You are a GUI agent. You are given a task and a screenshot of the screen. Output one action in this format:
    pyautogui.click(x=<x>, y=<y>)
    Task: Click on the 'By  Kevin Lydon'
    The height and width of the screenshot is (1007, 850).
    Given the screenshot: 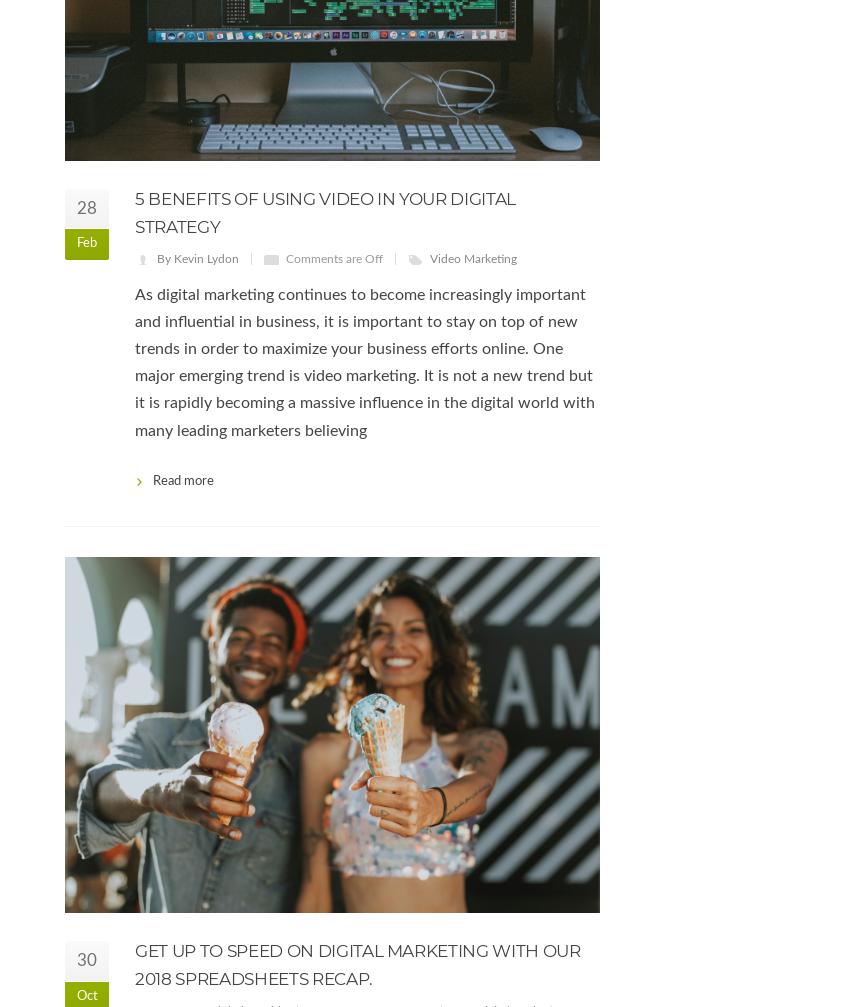 What is the action you would take?
    pyautogui.click(x=156, y=257)
    